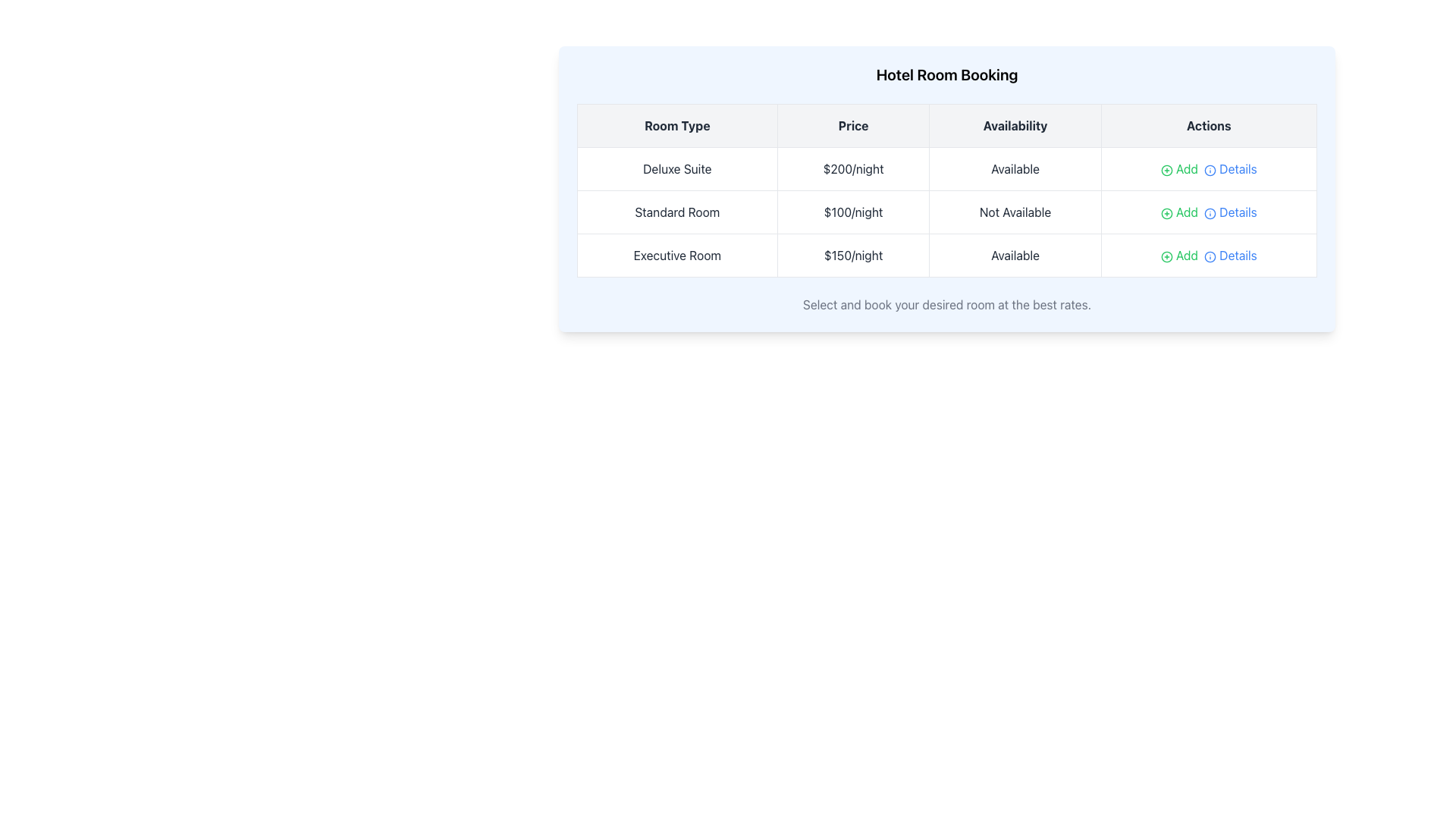  Describe the element at coordinates (1208, 254) in the screenshot. I see `the 'Add' button located in the 'Actions' column of the table for the 'Executive Room' row` at that location.